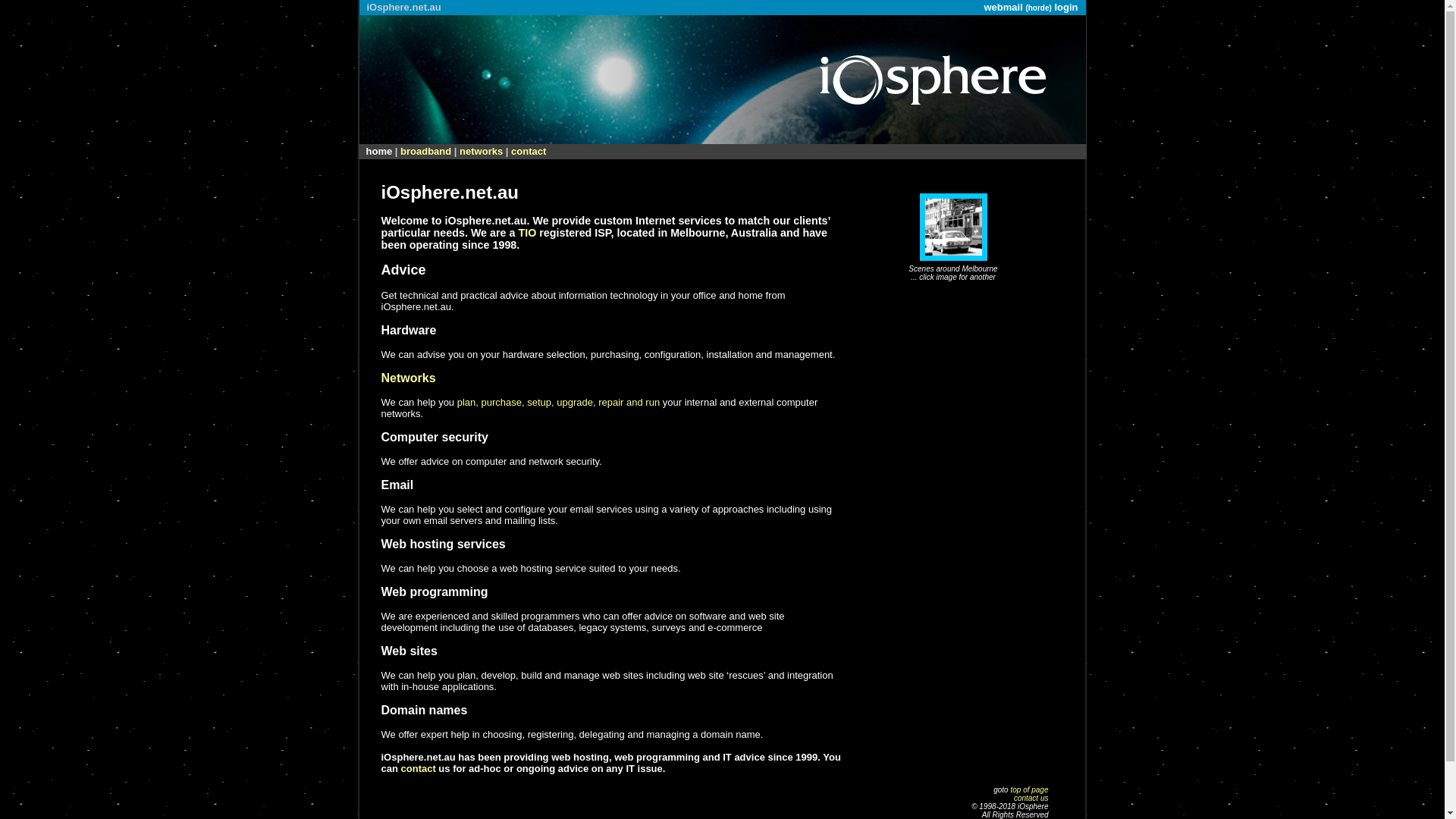 The width and height of the screenshot is (1456, 819). Describe the element at coordinates (1031, 797) in the screenshot. I see `'contact us'` at that location.